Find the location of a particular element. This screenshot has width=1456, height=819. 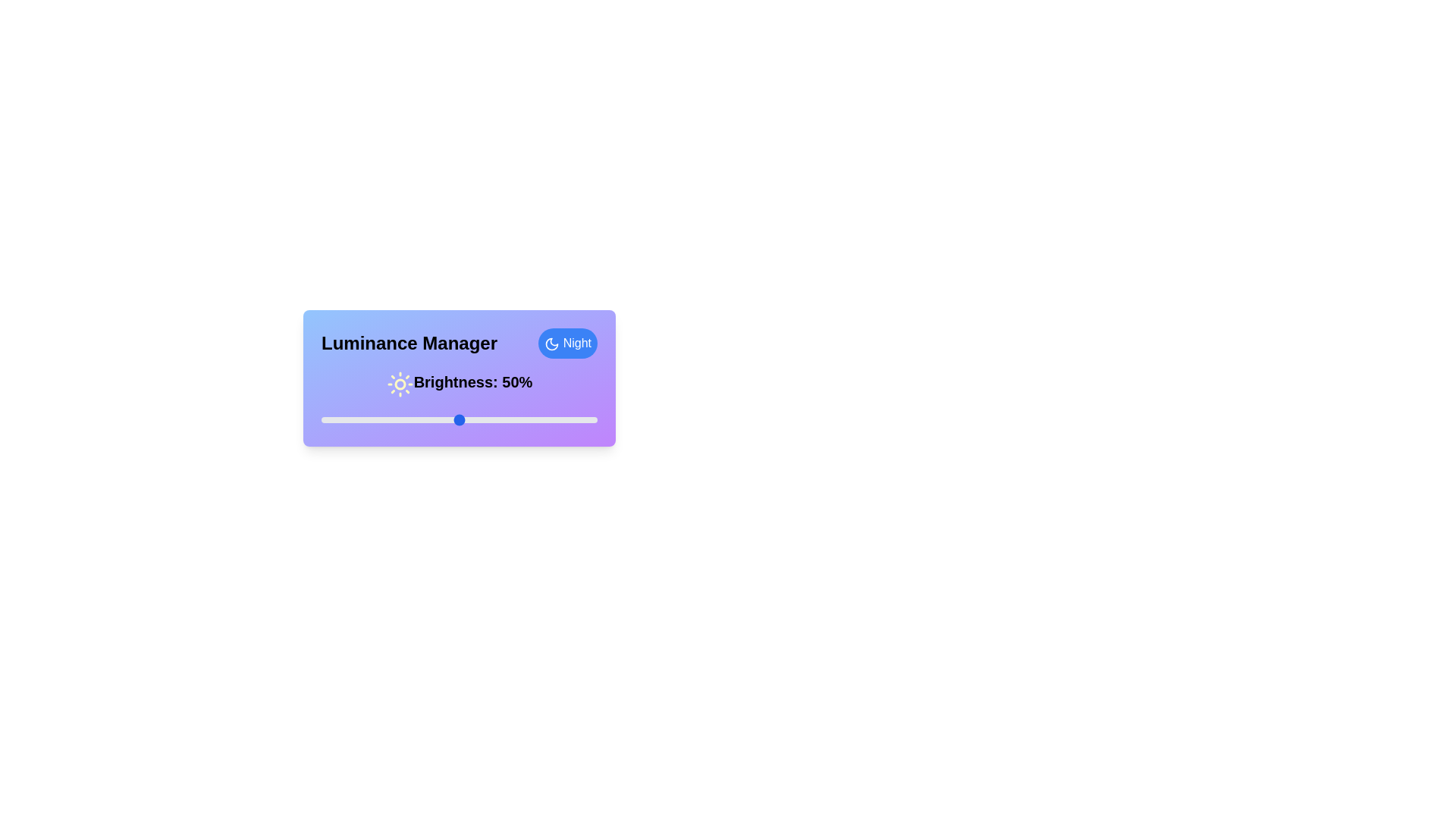

the luminance slider to 91% is located at coordinates (572, 420).